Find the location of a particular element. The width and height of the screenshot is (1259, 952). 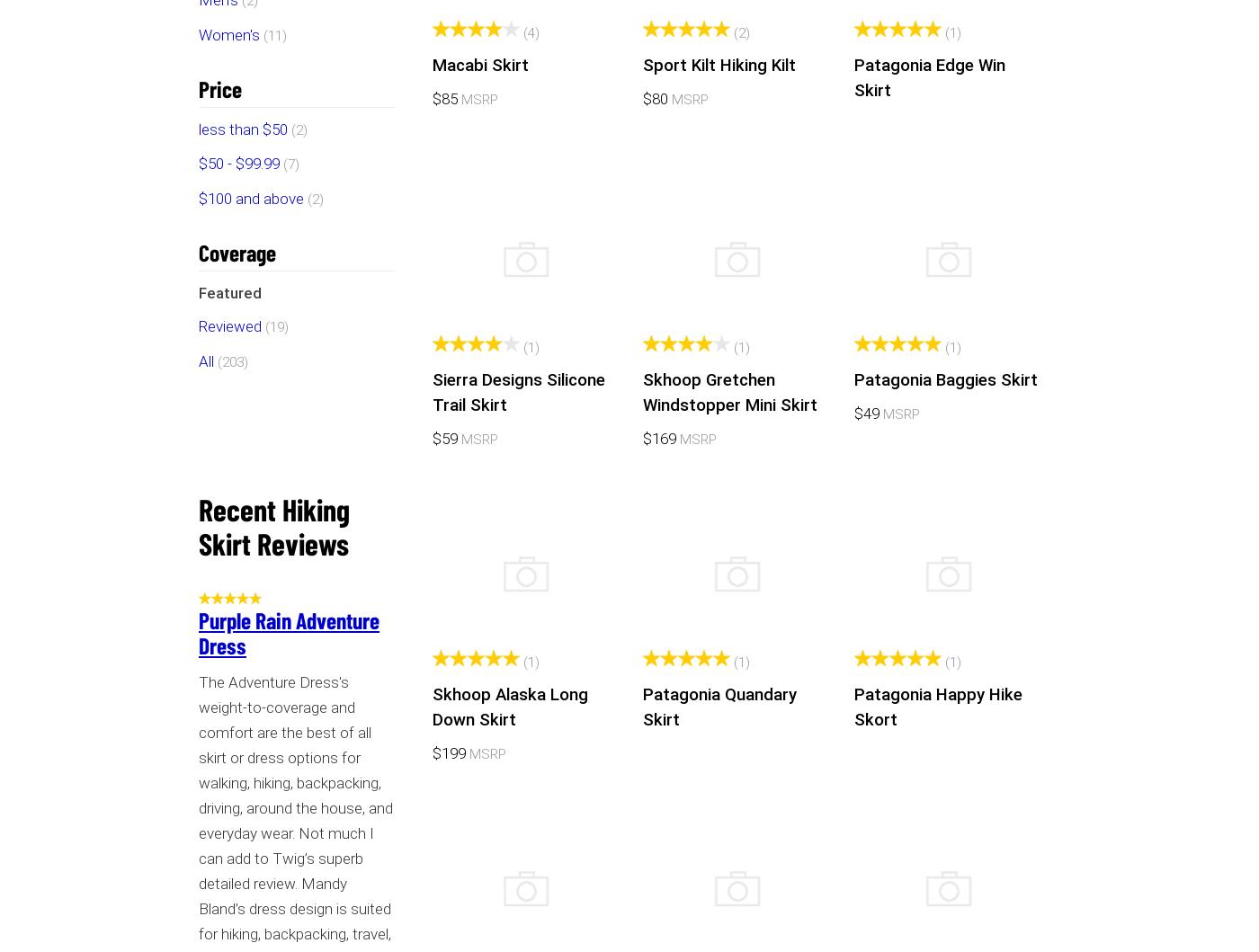

'Coverage' is located at coordinates (237, 251).